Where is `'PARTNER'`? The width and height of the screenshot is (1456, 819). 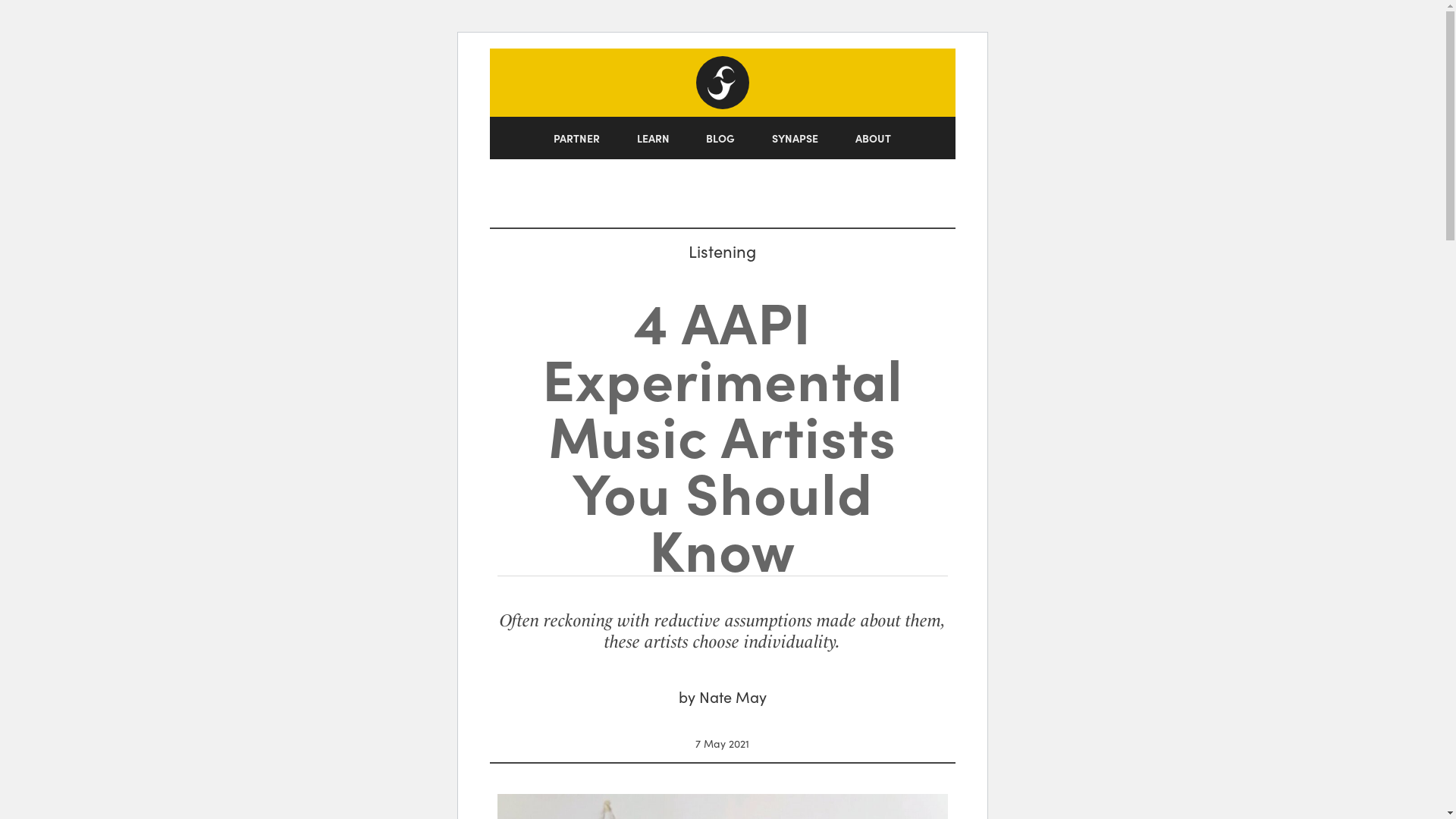
'PARTNER' is located at coordinates (576, 137).